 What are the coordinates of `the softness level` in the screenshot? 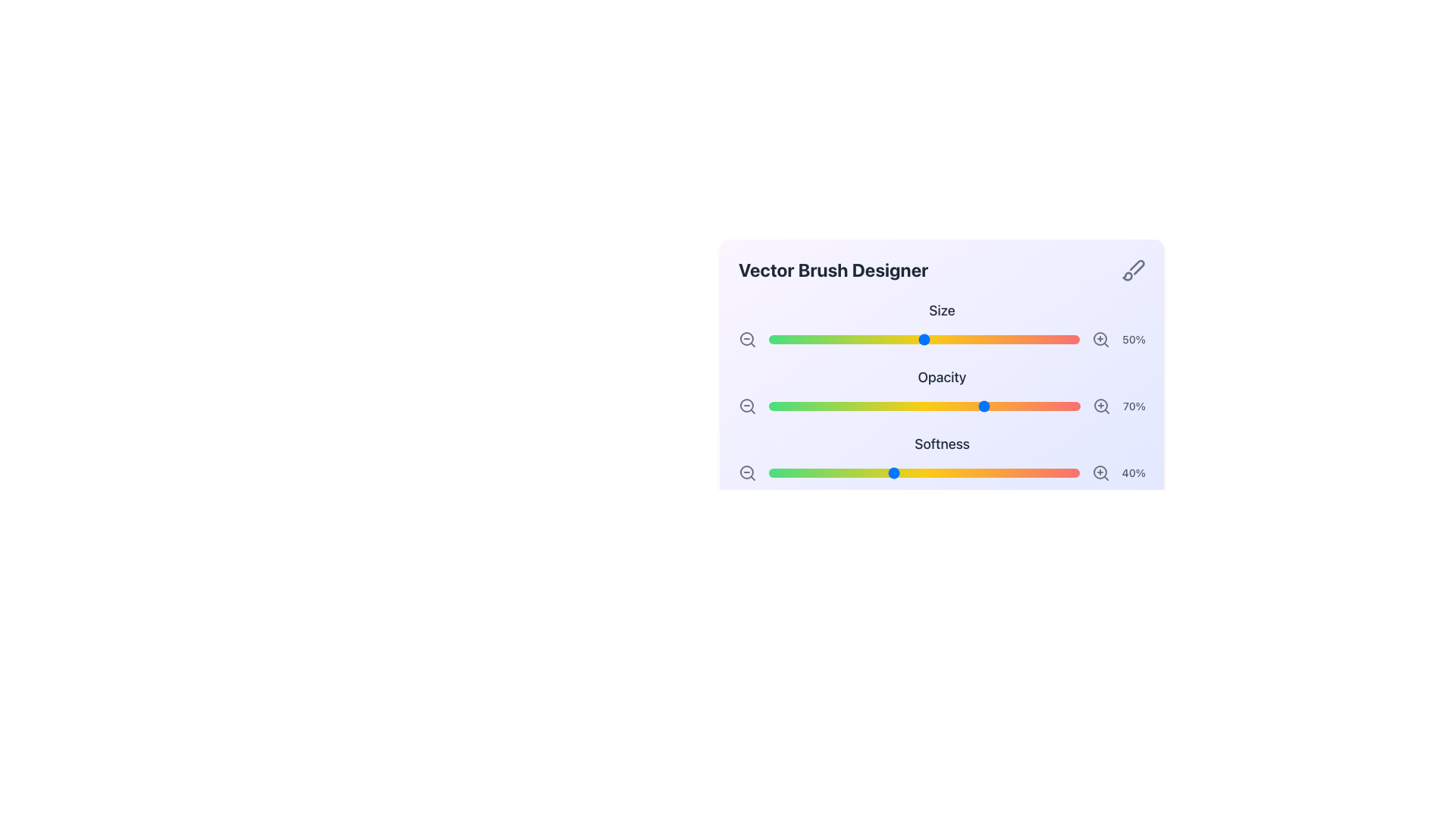 It's located at (843, 472).